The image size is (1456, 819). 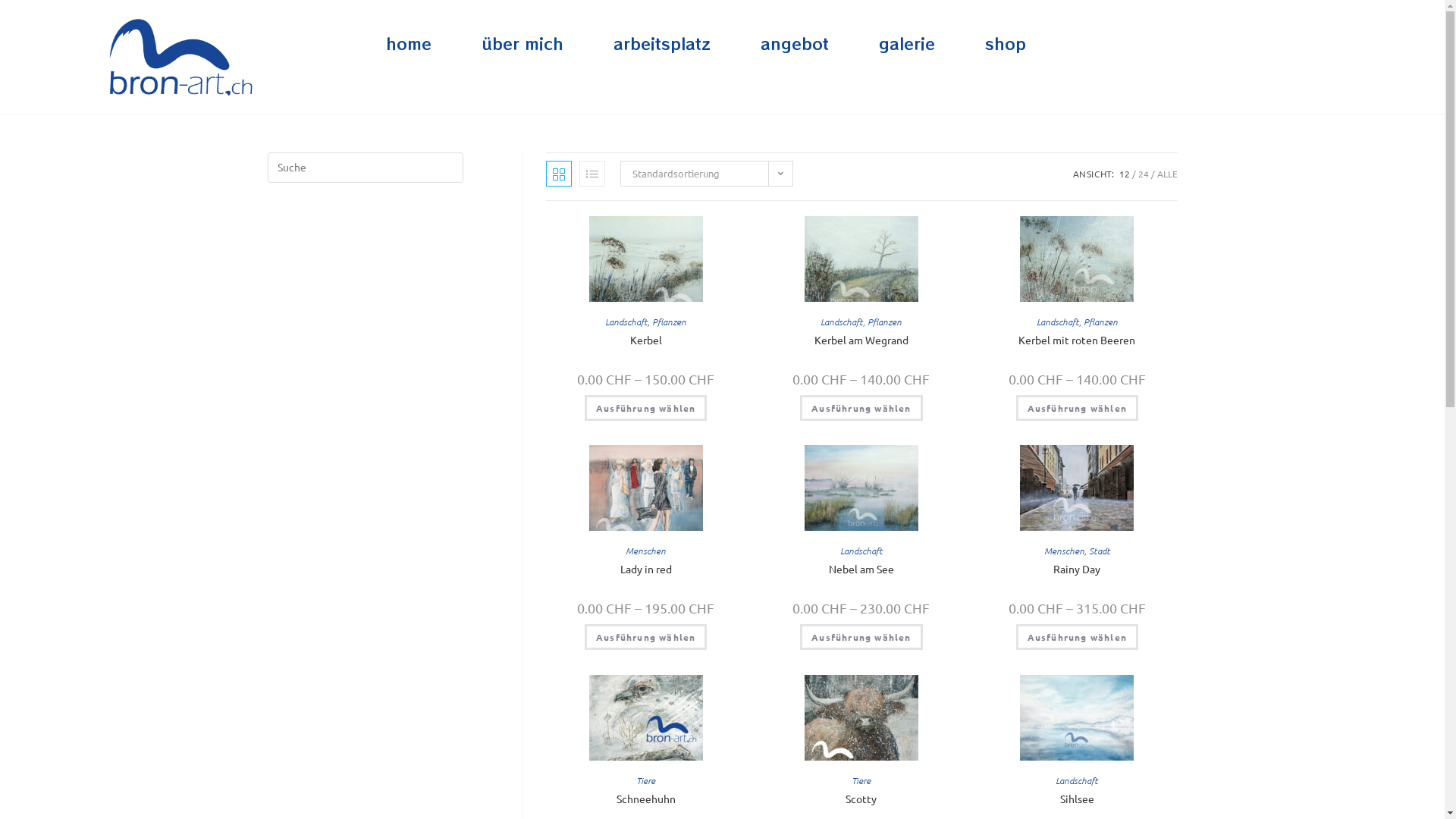 I want to click on 'Rasteransicht', so click(x=546, y=172).